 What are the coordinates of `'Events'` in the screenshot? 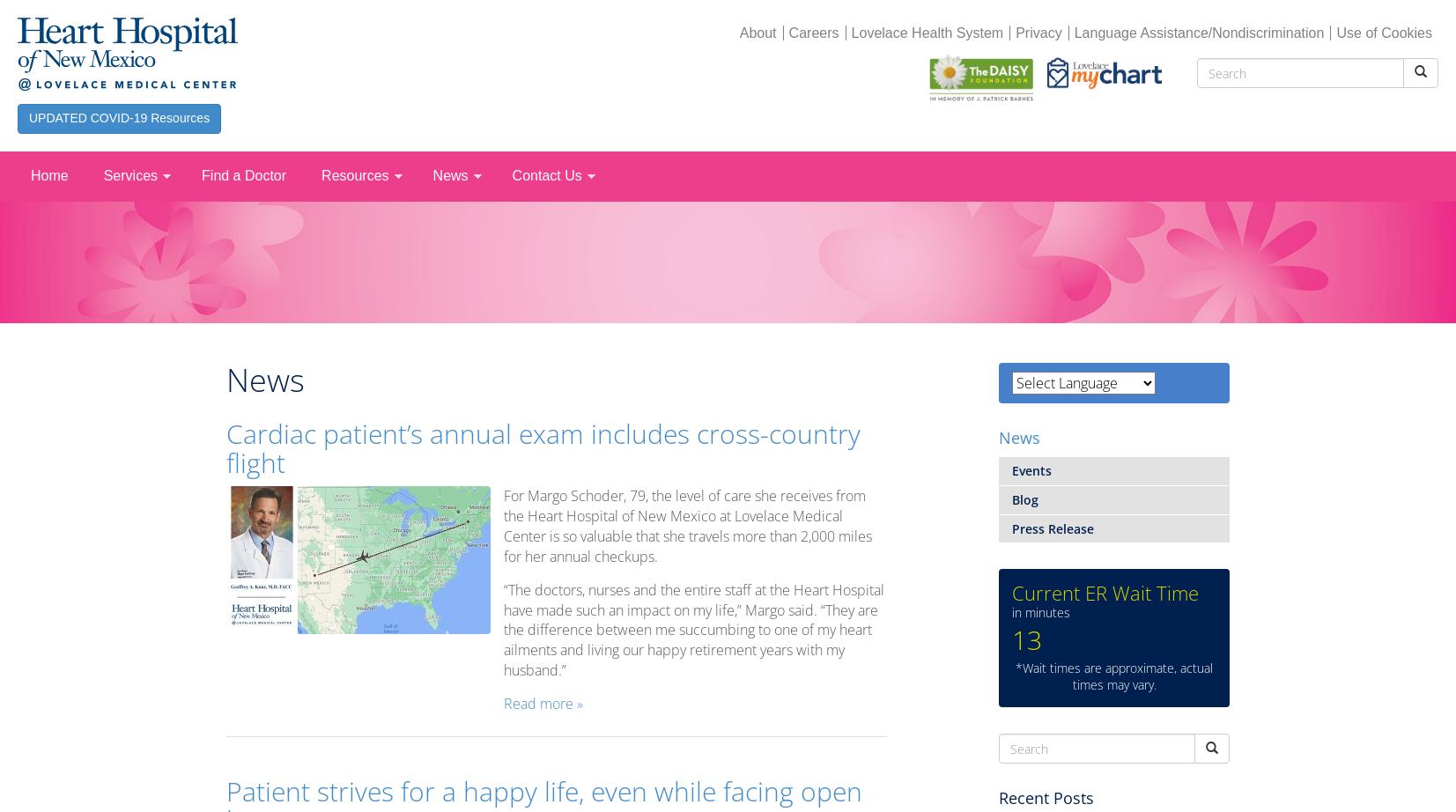 It's located at (1031, 469).